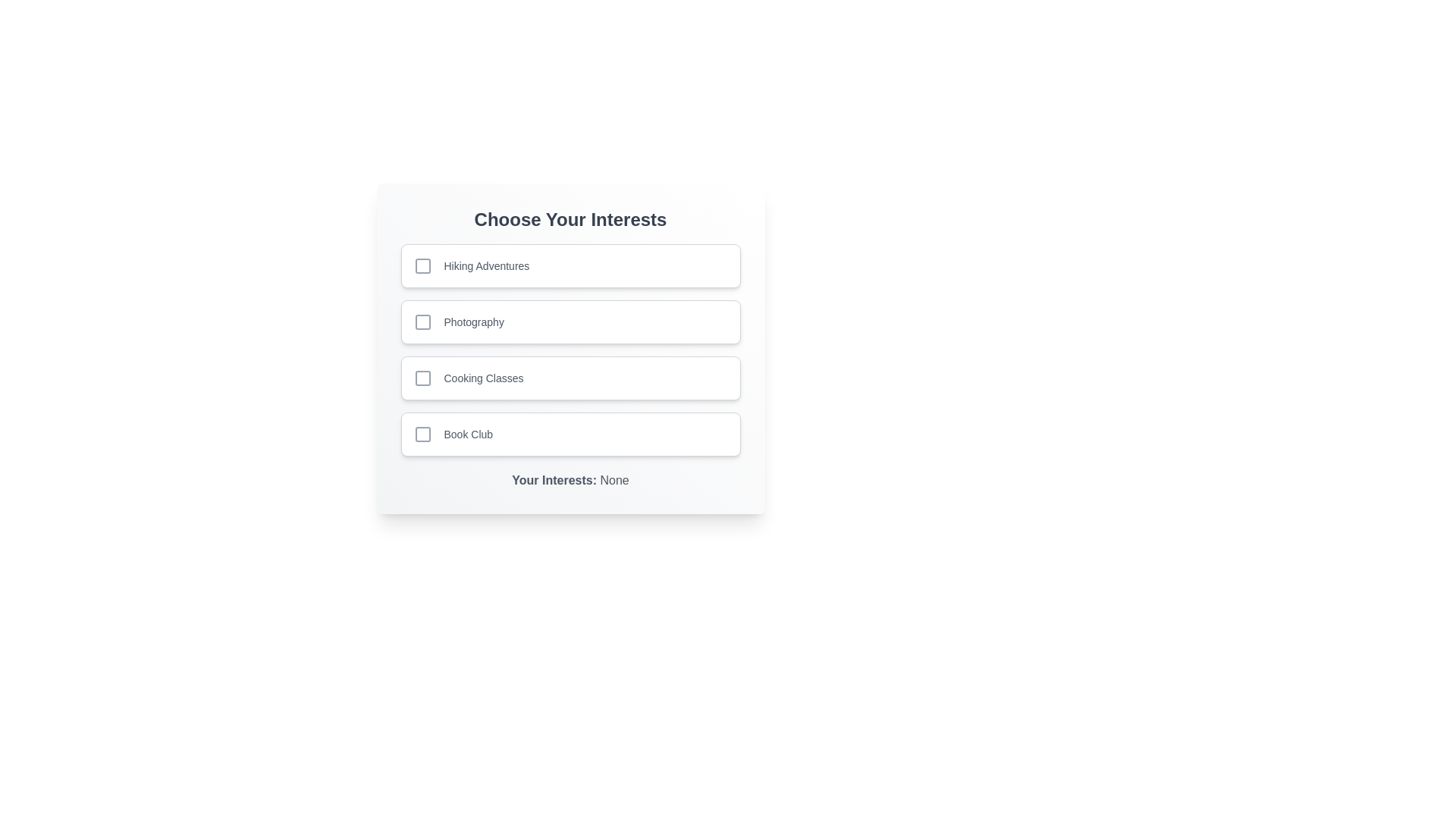  I want to click on any item in the selectable interests grid that is centered below the heading 'Choose Your Interests' and above the text 'Your Interests: None', so click(570, 350).